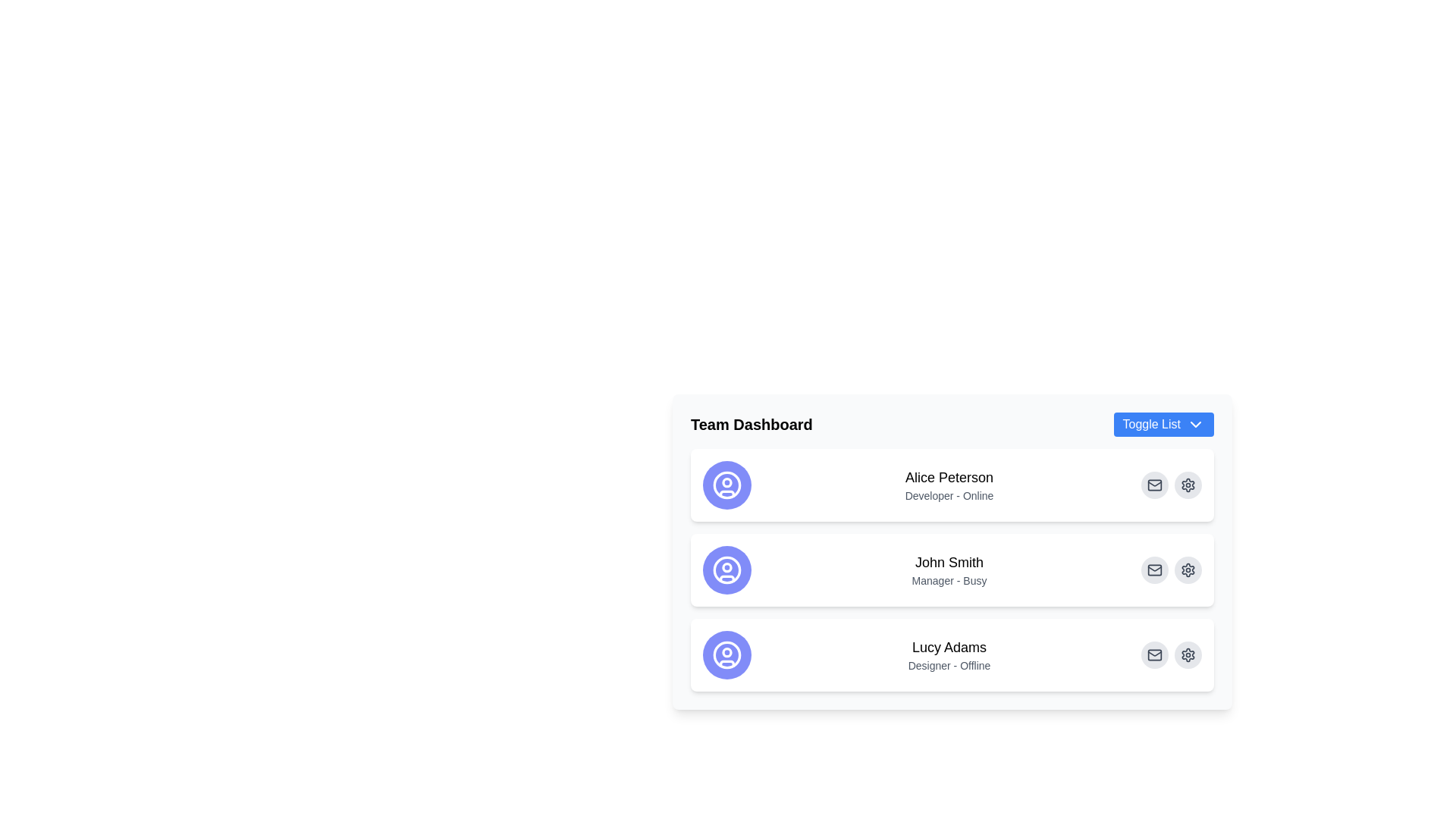 Image resolution: width=1456 pixels, height=819 pixels. What do you see at coordinates (949, 580) in the screenshot?
I see `the text label displaying 'Manager - Busy', which is styled with a small gray font and located beneath the header 'John Smith' in the central user panel` at bounding box center [949, 580].